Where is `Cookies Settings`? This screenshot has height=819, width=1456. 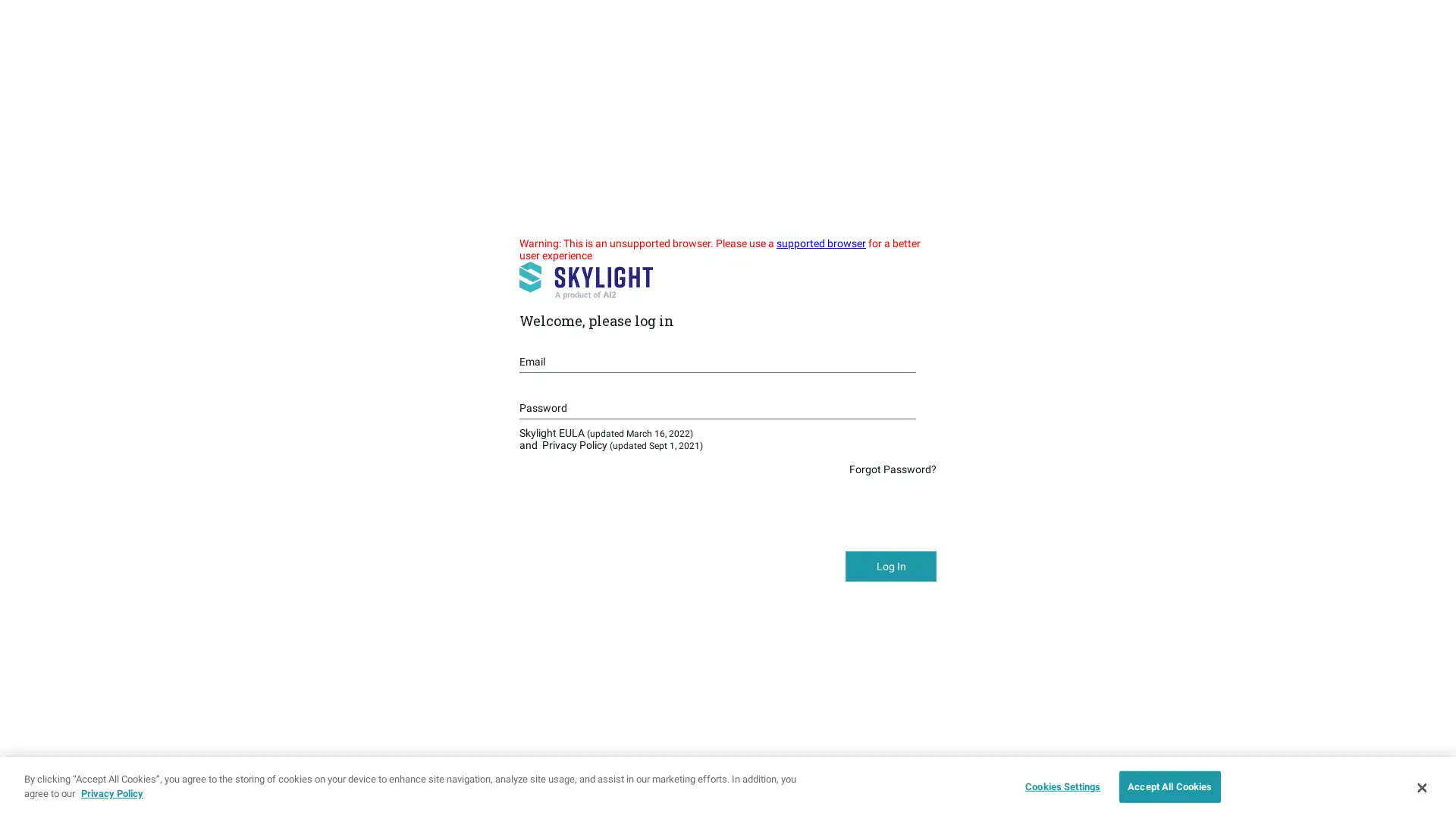 Cookies Settings is located at coordinates (1058, 786).